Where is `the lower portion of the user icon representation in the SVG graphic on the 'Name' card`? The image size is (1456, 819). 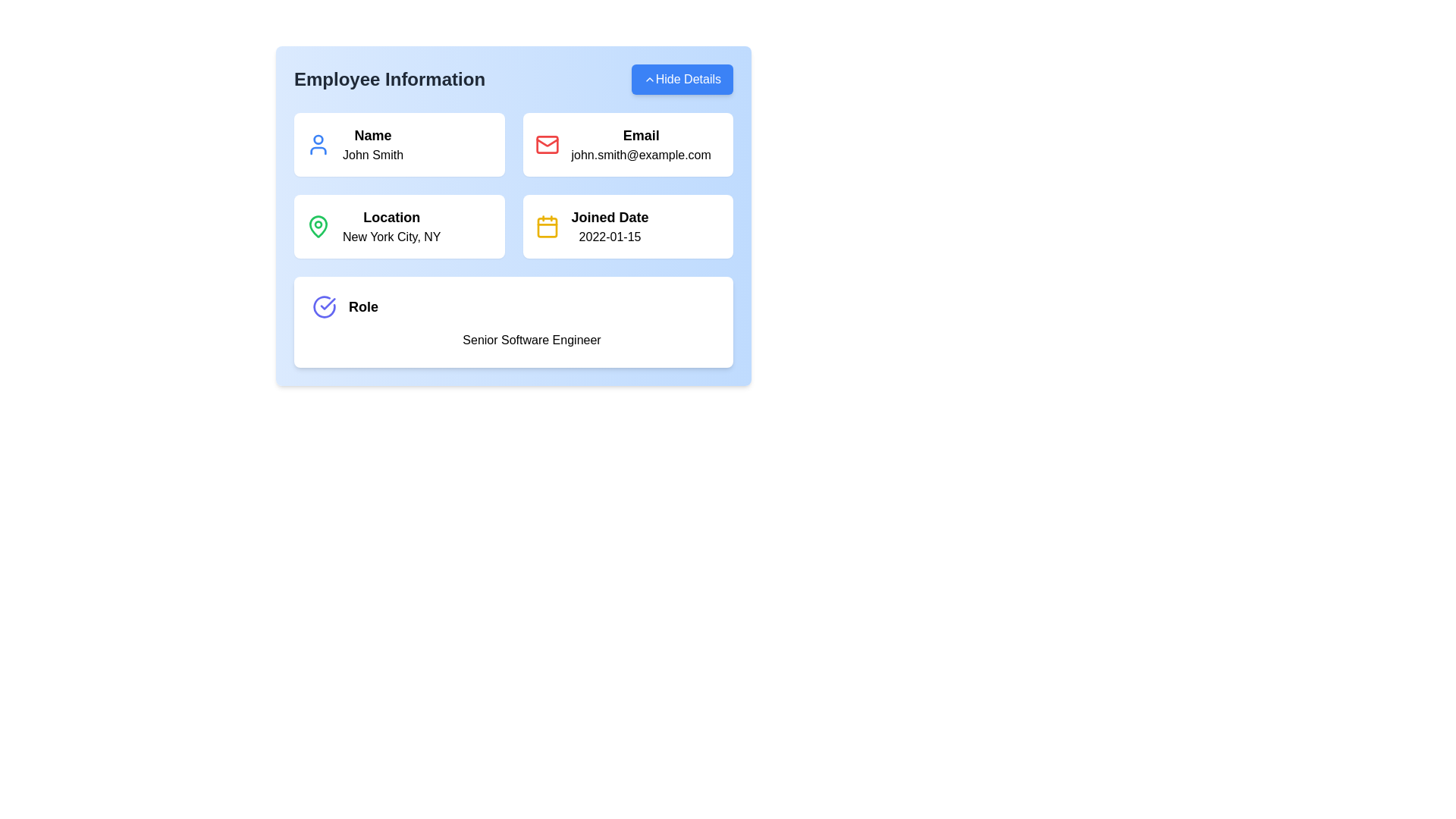 the lower portion of the user icon representation in the SVG graphic on the 'Name' card is located at coordinates (318, 151).